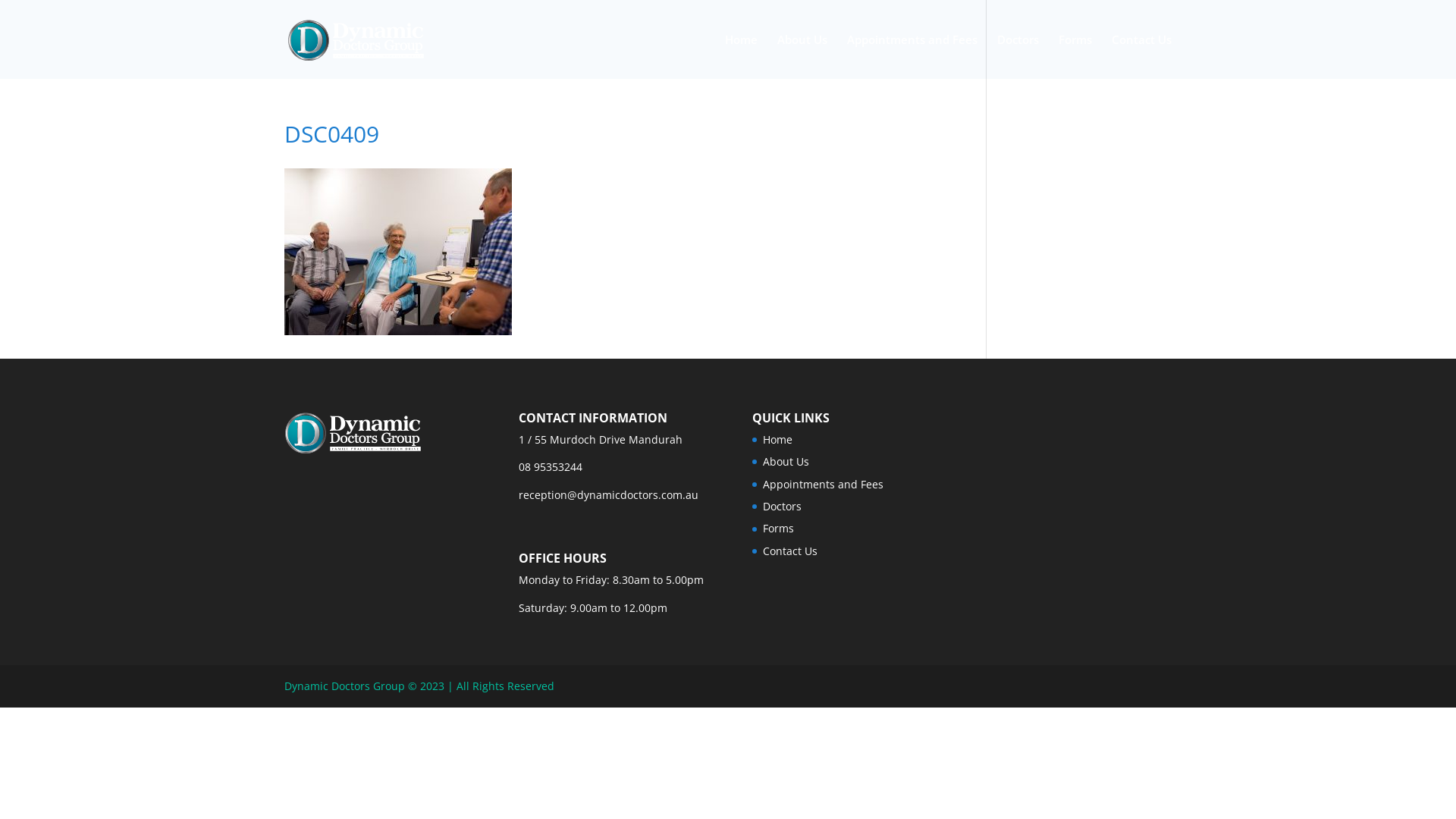 The height and width of the screenshot is (819, 1456). I want to click on 'About Us', so click(786, 460).